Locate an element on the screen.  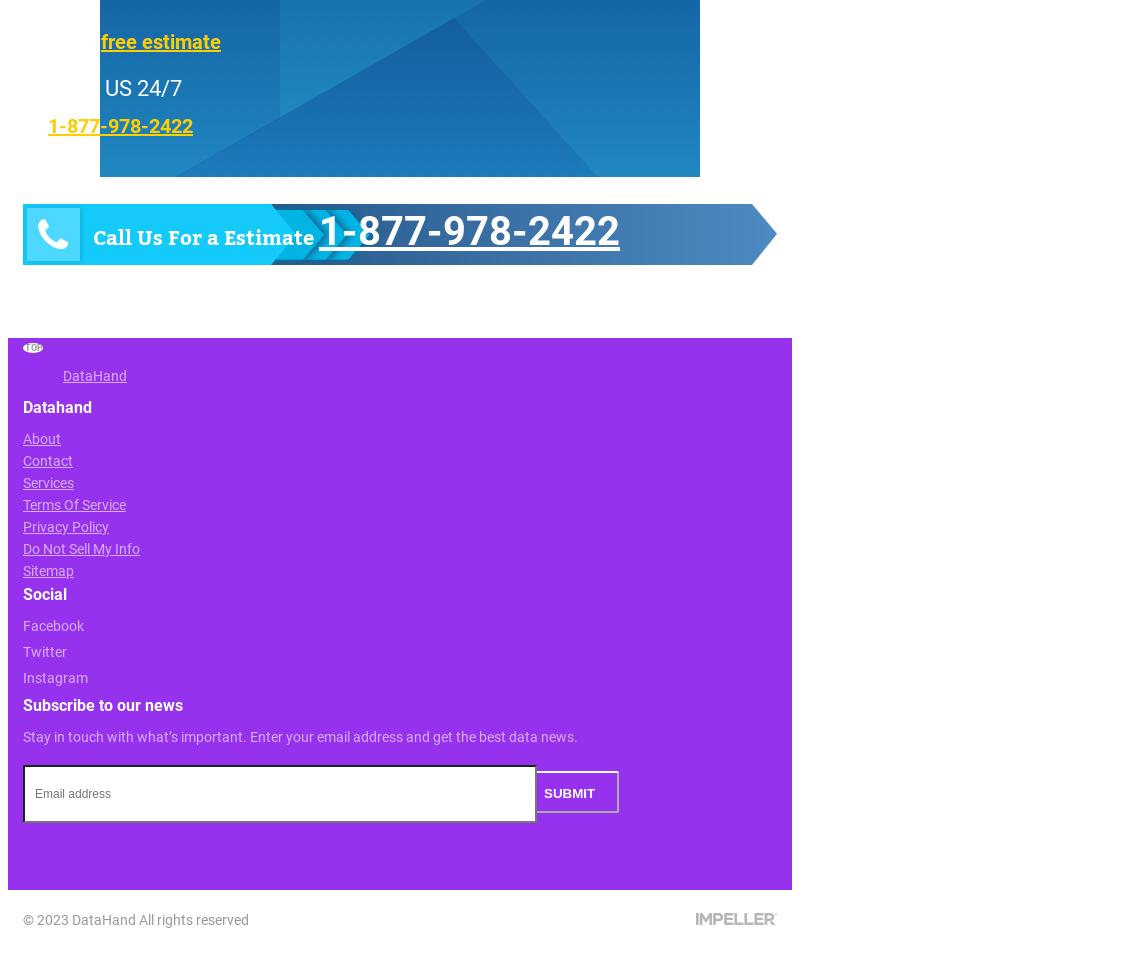
'Get a' is located at coordinates (74, 39).